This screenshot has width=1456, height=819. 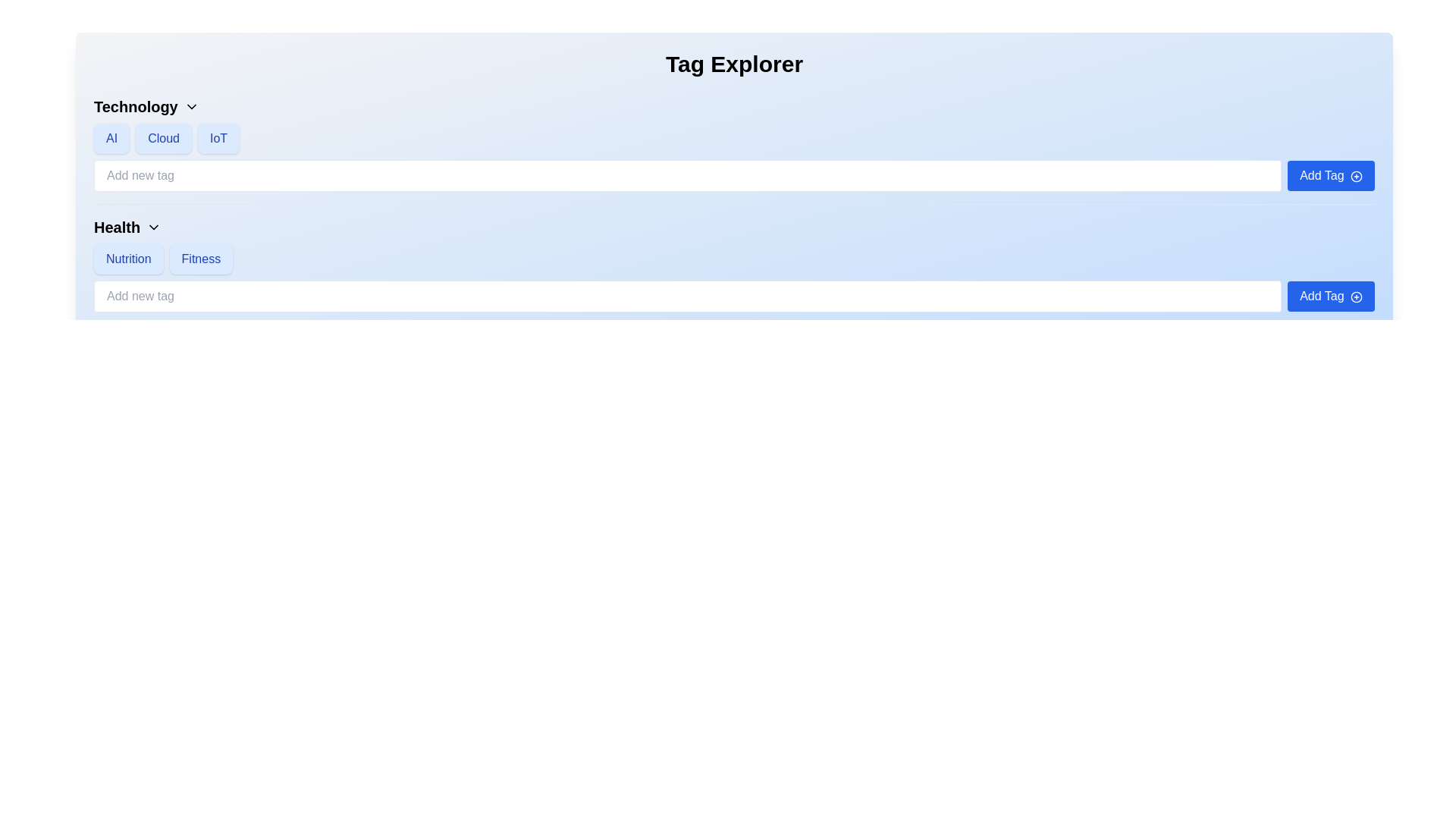 What do you see at coordinates (1330, 296) in the screenshot?
I see `the blue rounded button labeled 'Add Tag' with a plus sign icon` at bounding box center [1330, 296].